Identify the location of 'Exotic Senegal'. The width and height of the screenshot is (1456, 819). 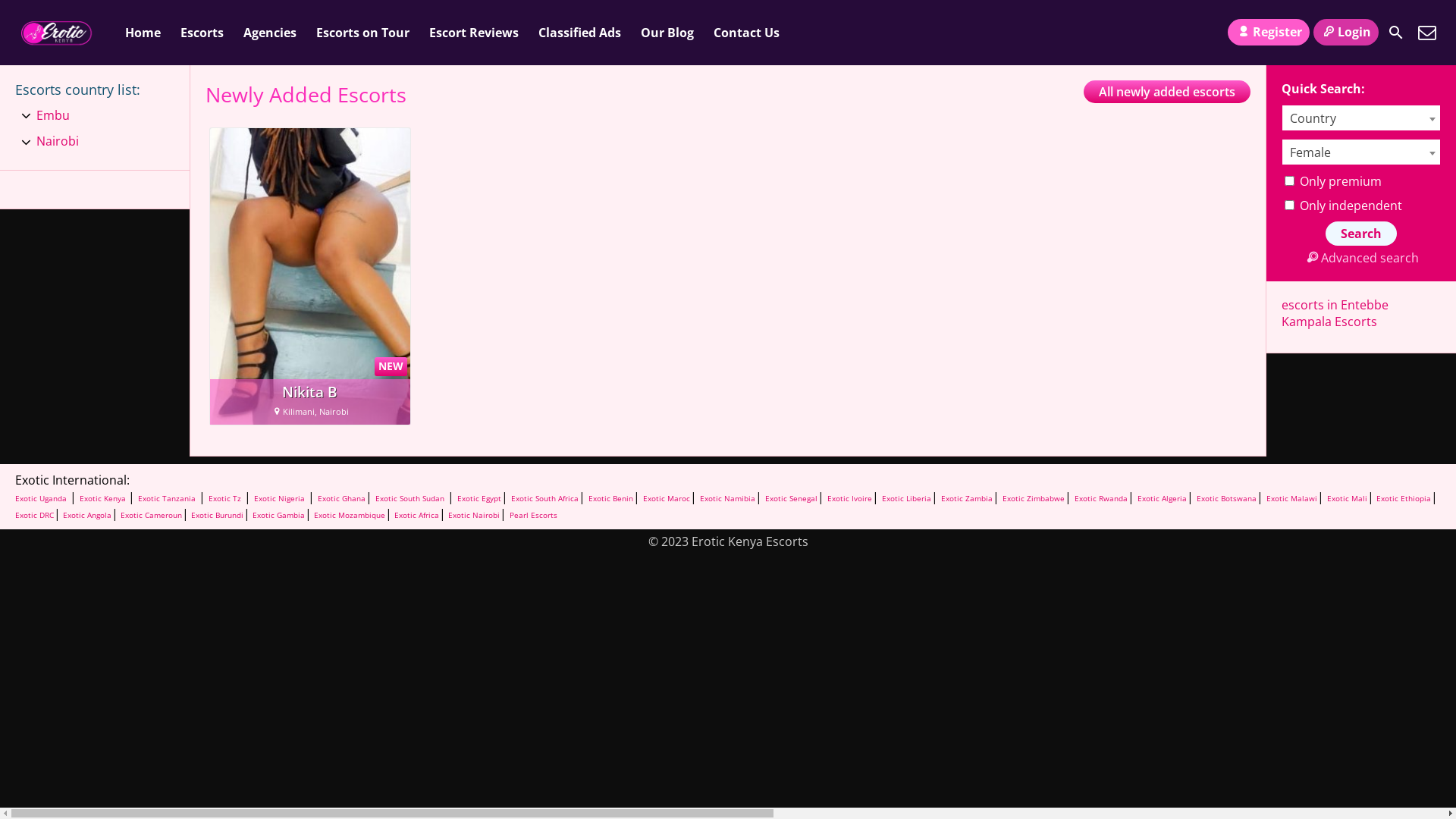
(790, 497).